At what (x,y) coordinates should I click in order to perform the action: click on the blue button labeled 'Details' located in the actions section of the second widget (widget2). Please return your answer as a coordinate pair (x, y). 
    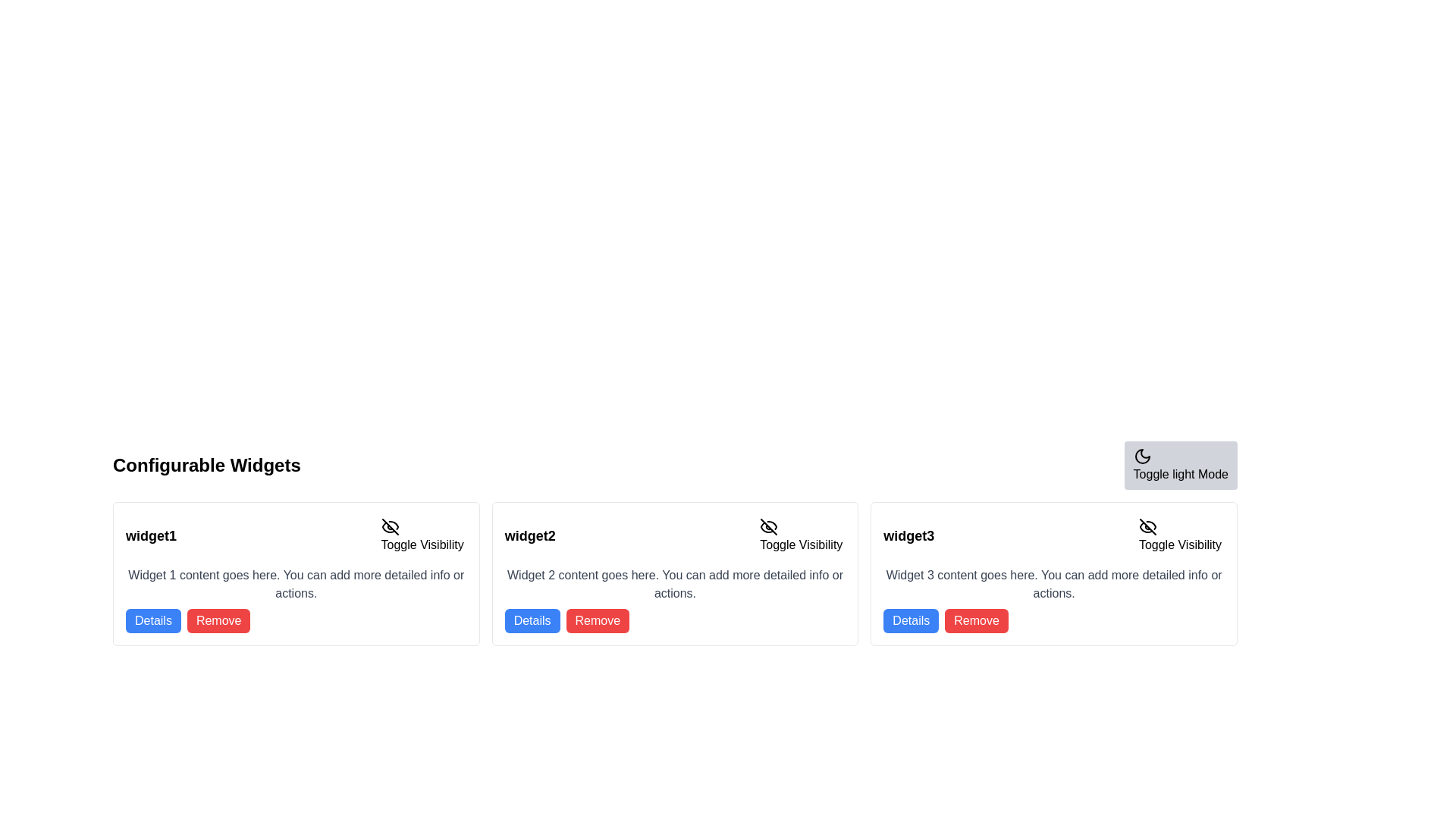
    Looking at the image, I should click on (532, 620).